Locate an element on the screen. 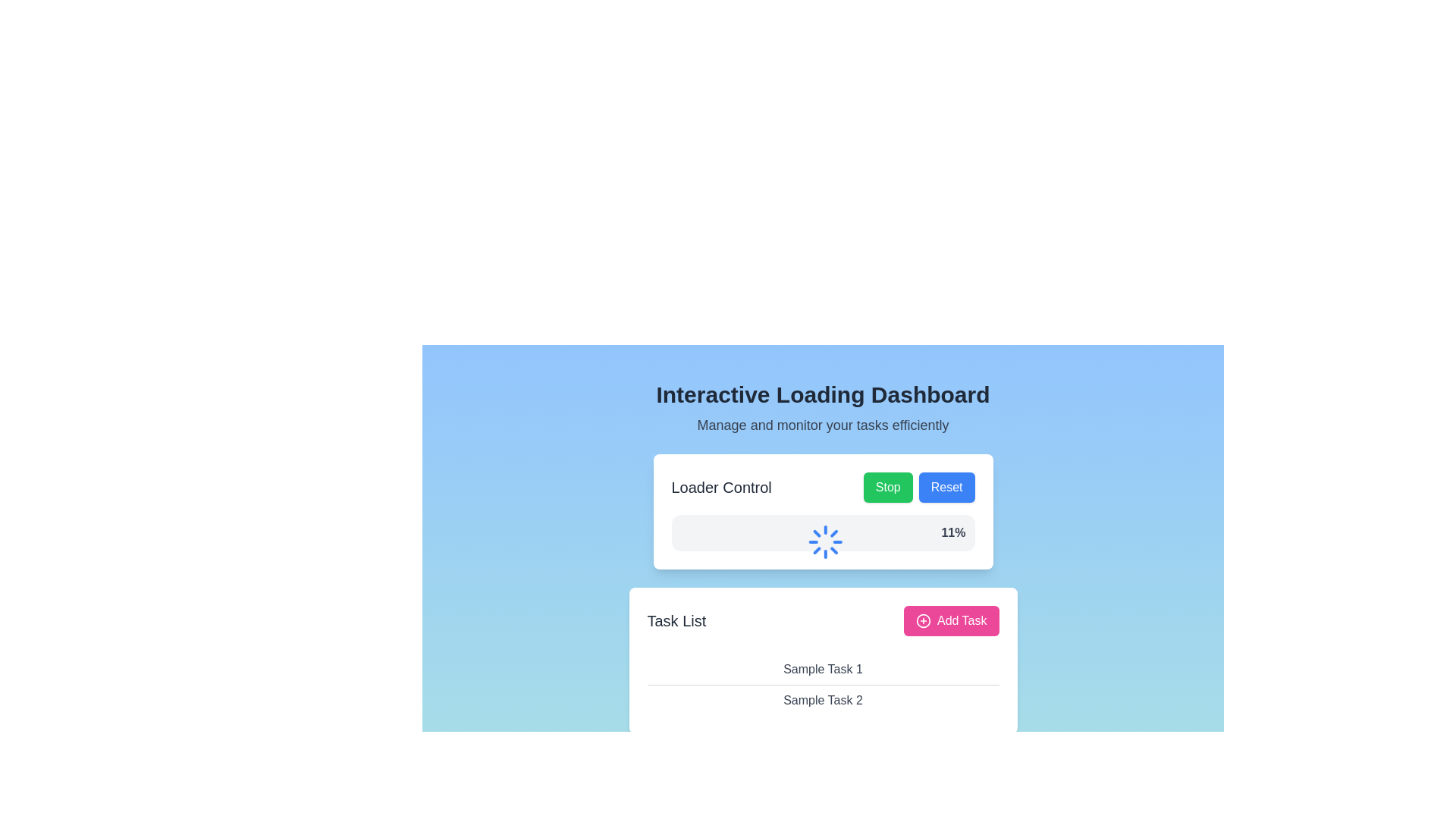  the Reset button on the control bar located at the top section of the white card-like panel in the center of the interface is located at coordinates (822, 488).